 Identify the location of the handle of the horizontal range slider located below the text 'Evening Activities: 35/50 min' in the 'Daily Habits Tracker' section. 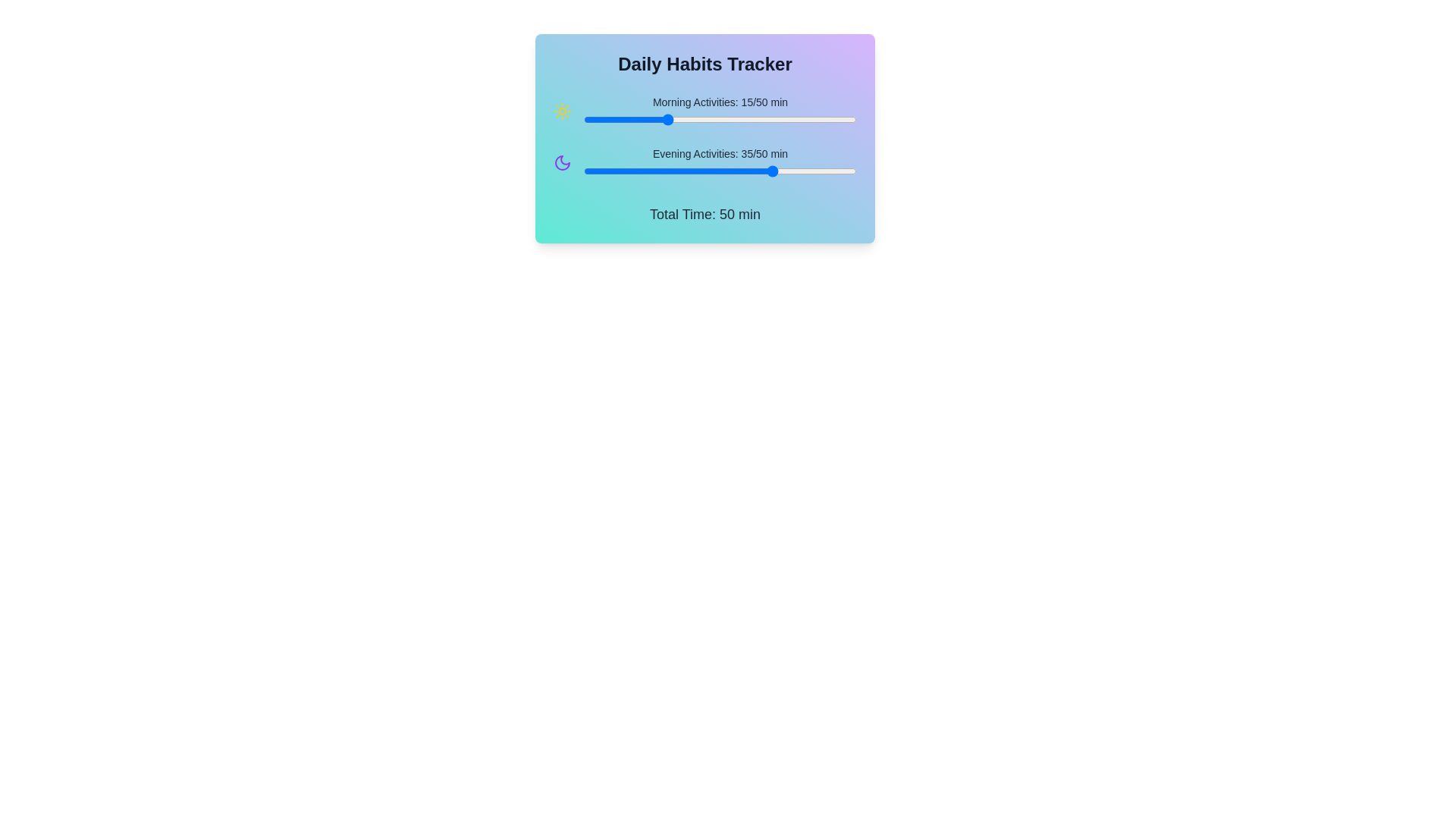
(720, 171).